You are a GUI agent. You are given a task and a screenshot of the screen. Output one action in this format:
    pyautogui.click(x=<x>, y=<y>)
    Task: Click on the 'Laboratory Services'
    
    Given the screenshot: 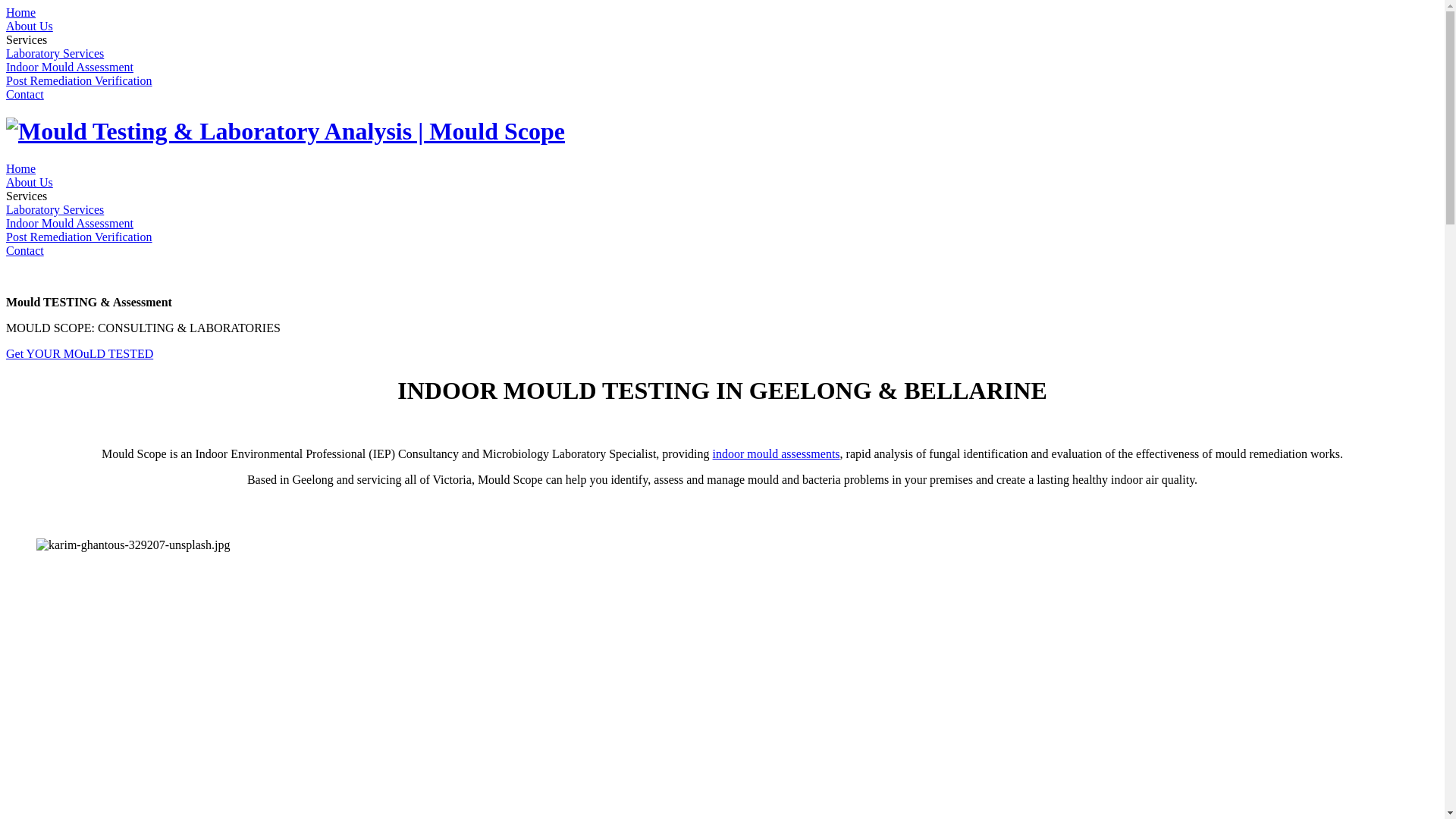 What is the action you would take?
    pyautogui.click(x=6, y=52)
    